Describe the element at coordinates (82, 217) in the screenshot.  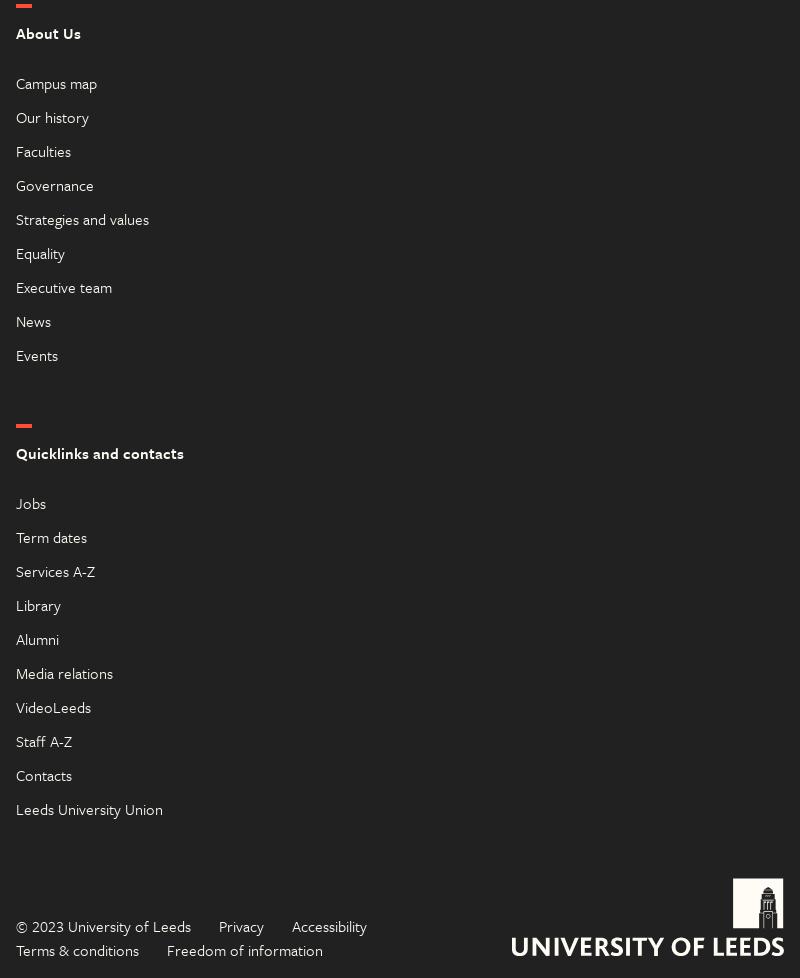
I see `'Strategies and values'` at that location.